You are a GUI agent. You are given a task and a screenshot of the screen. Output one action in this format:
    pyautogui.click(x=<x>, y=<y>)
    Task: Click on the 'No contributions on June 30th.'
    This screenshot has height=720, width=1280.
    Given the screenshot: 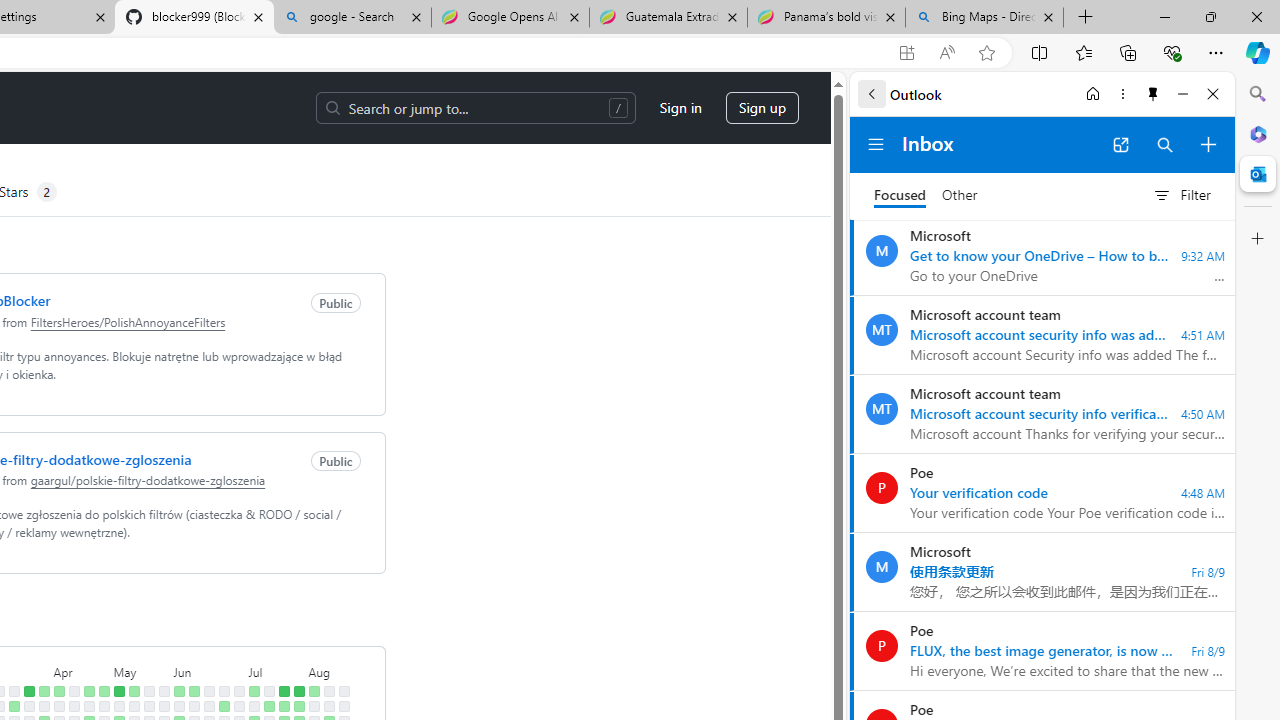 What is the action you would take?
    pyautogui.click(x=238, y=690)
    